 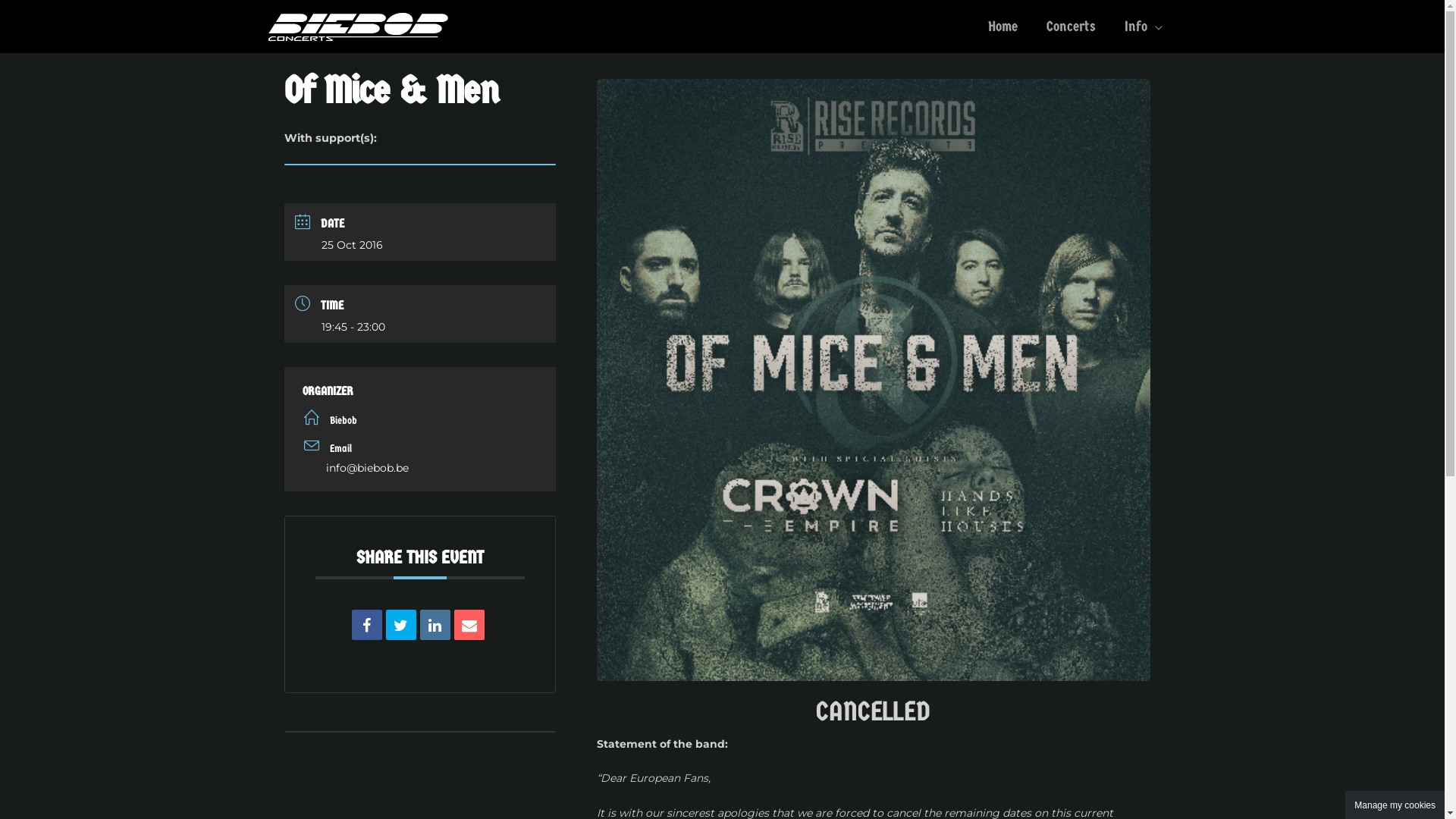 I want to click on 'Info', so click(x=1143, y=26).